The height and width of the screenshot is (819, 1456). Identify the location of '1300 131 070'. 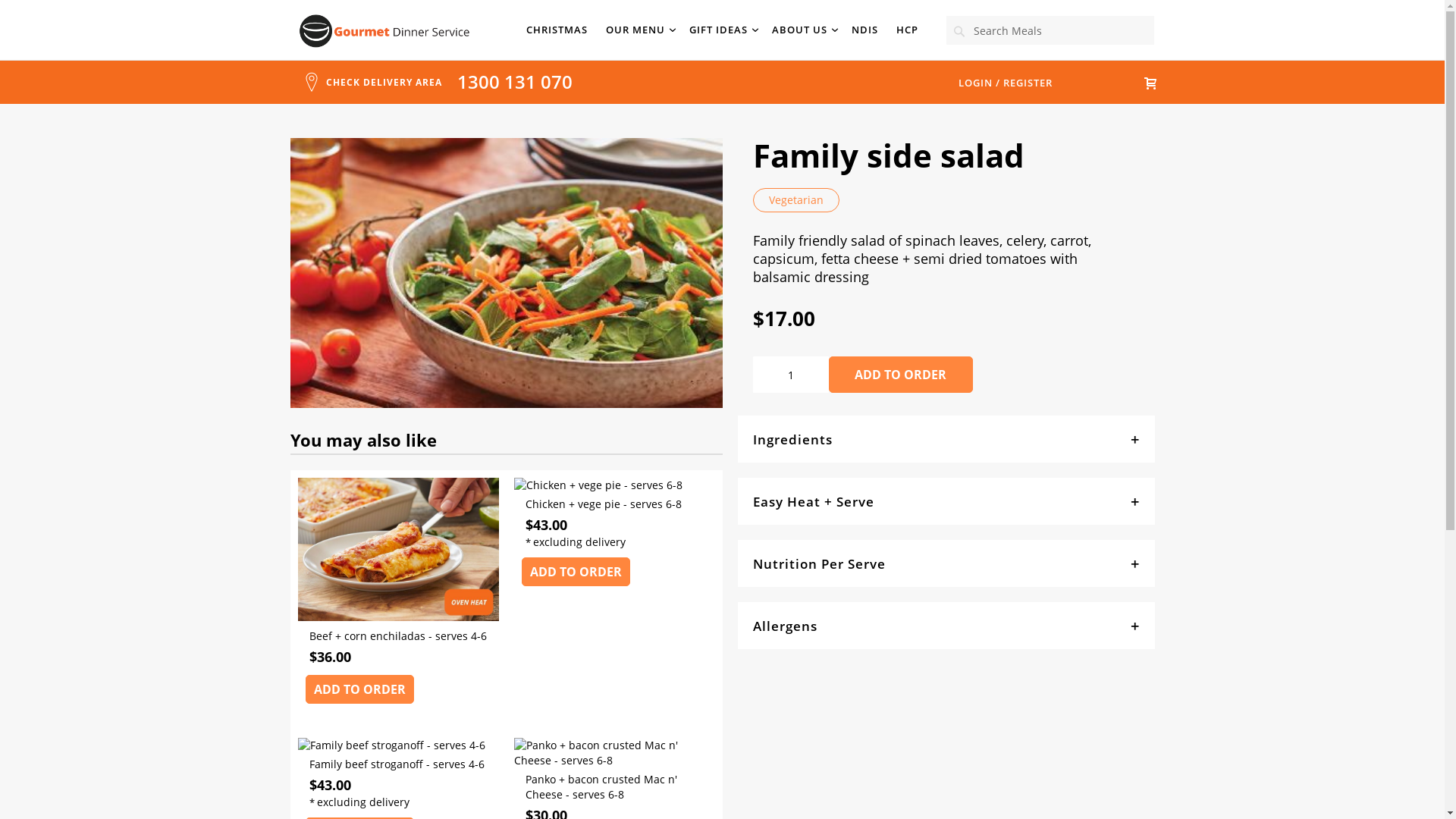
(513, 81).